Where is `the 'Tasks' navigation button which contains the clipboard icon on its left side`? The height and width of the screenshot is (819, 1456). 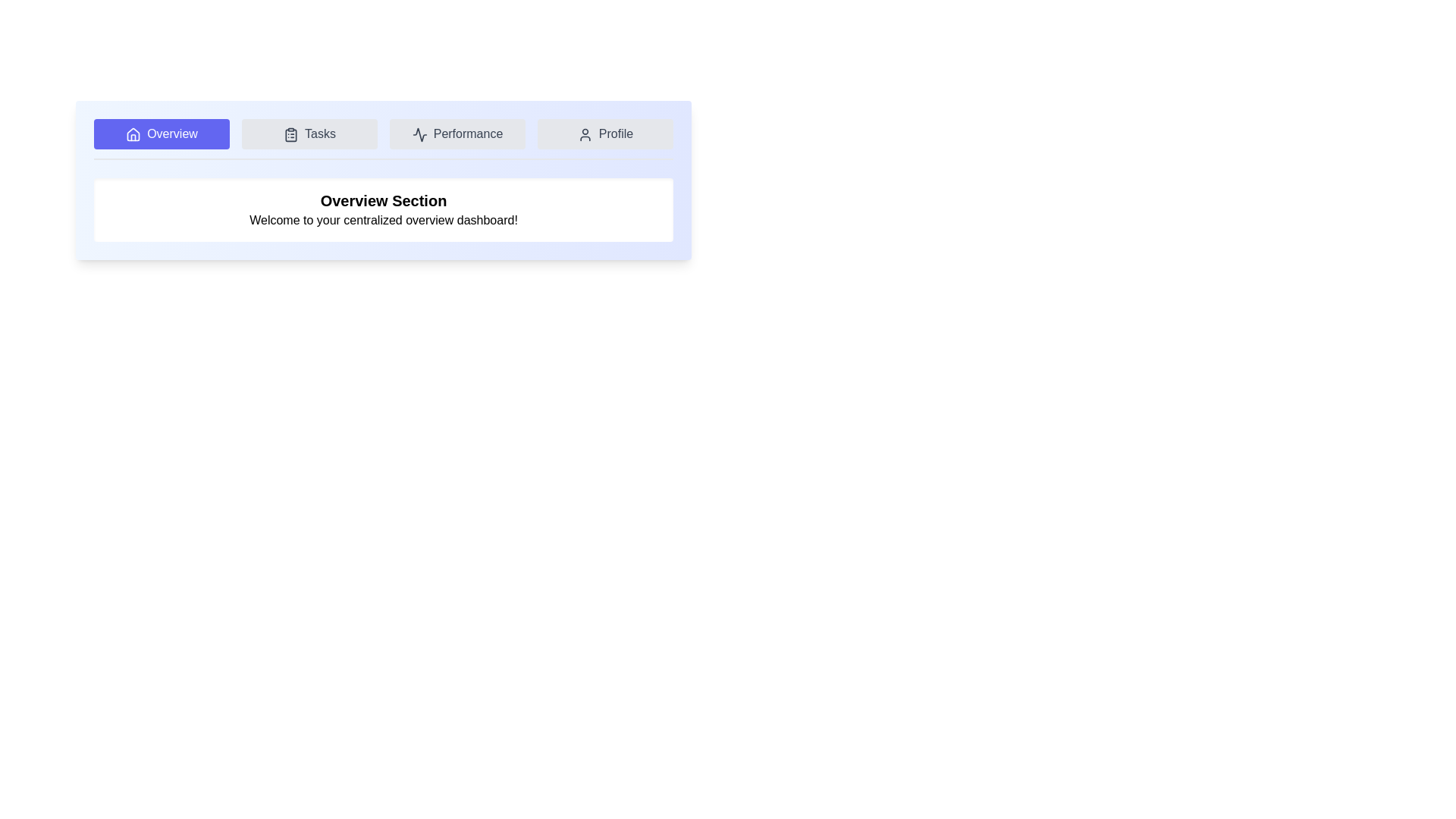
the 'Tasks' navigation button which contains the clipboard icon on its left side is located at coordinates (291, 133).